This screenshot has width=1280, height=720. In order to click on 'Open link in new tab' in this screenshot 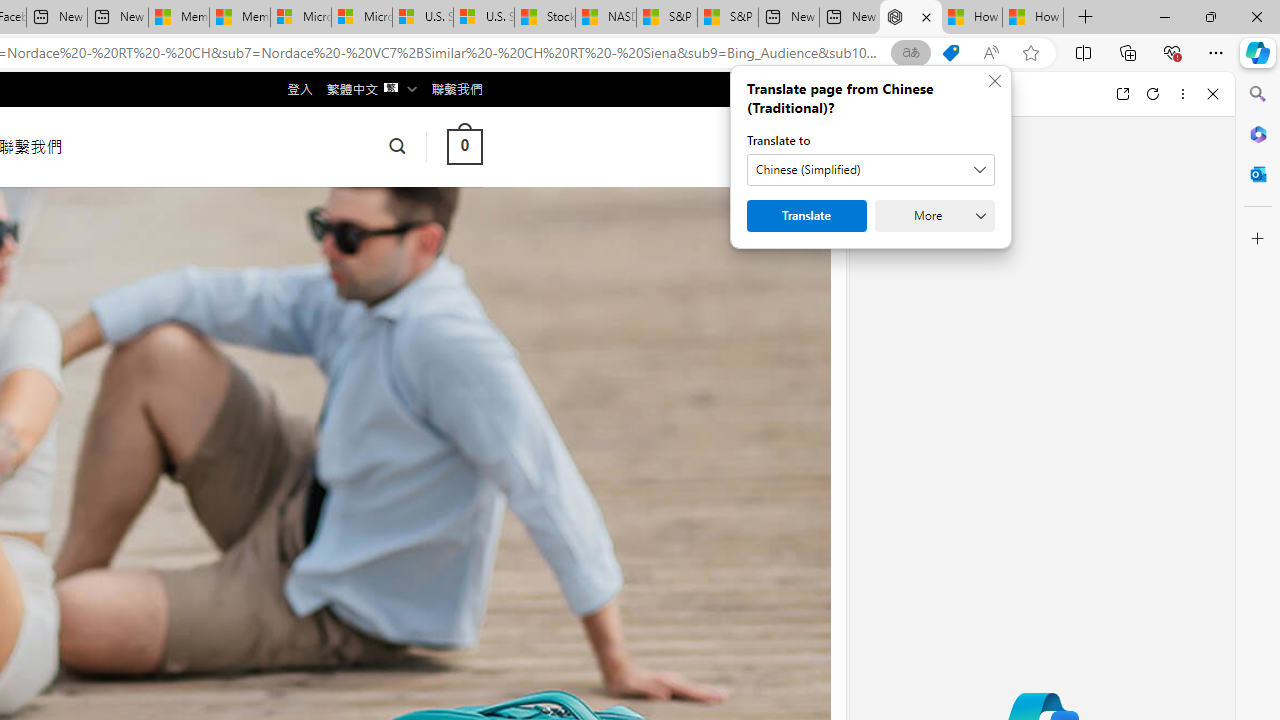, I will do `click(1122, 93)`.